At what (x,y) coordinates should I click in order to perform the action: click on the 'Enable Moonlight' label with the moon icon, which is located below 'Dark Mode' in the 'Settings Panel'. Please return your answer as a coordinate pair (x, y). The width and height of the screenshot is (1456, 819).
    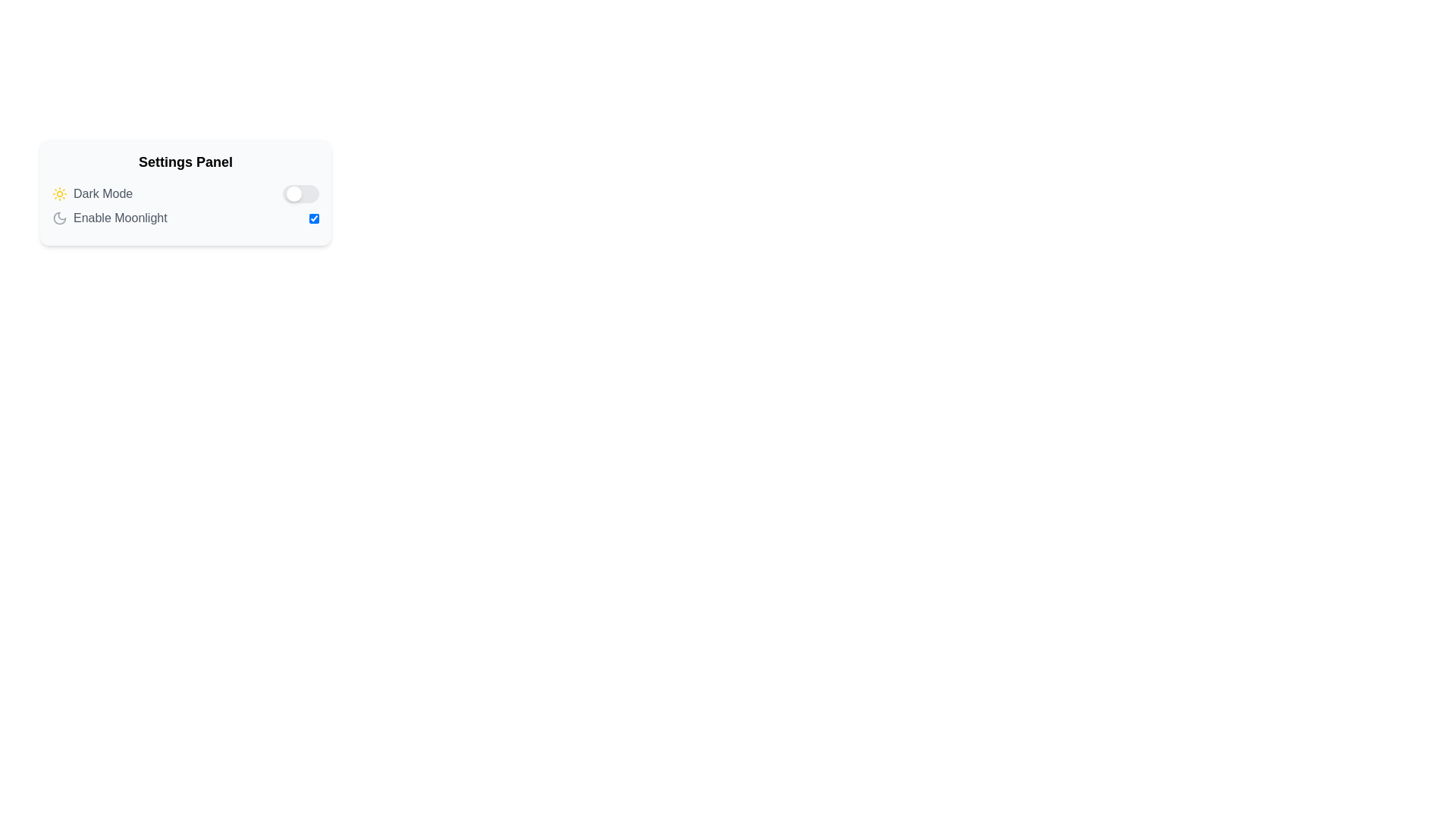
    Looking at the image, I should click on (108, 218).